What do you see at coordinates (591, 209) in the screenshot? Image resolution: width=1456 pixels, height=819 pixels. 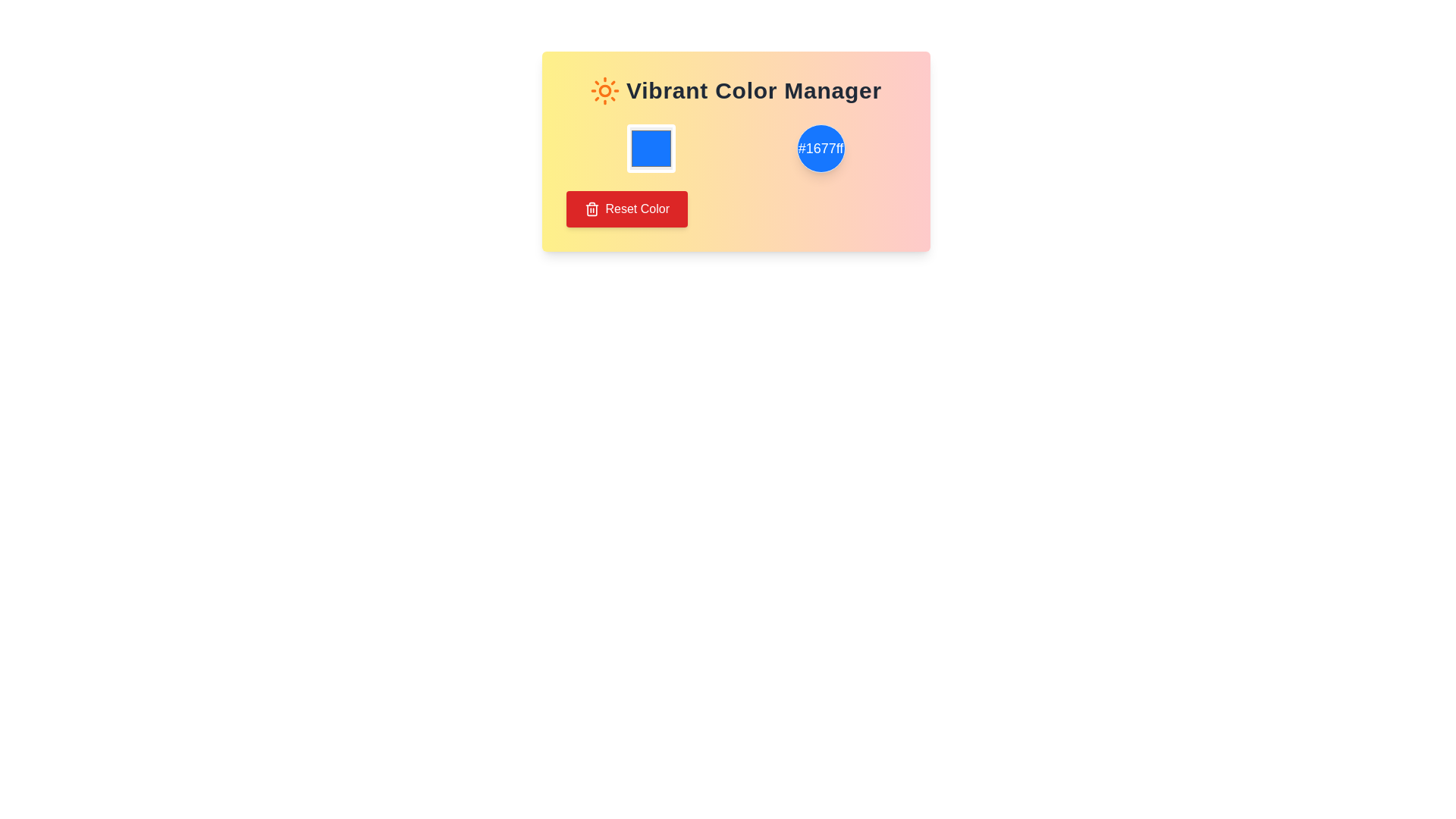 I see `the trash can icon inside the 'Reset Color' button to reset the color to its default state` at bounding box center [591, 209].